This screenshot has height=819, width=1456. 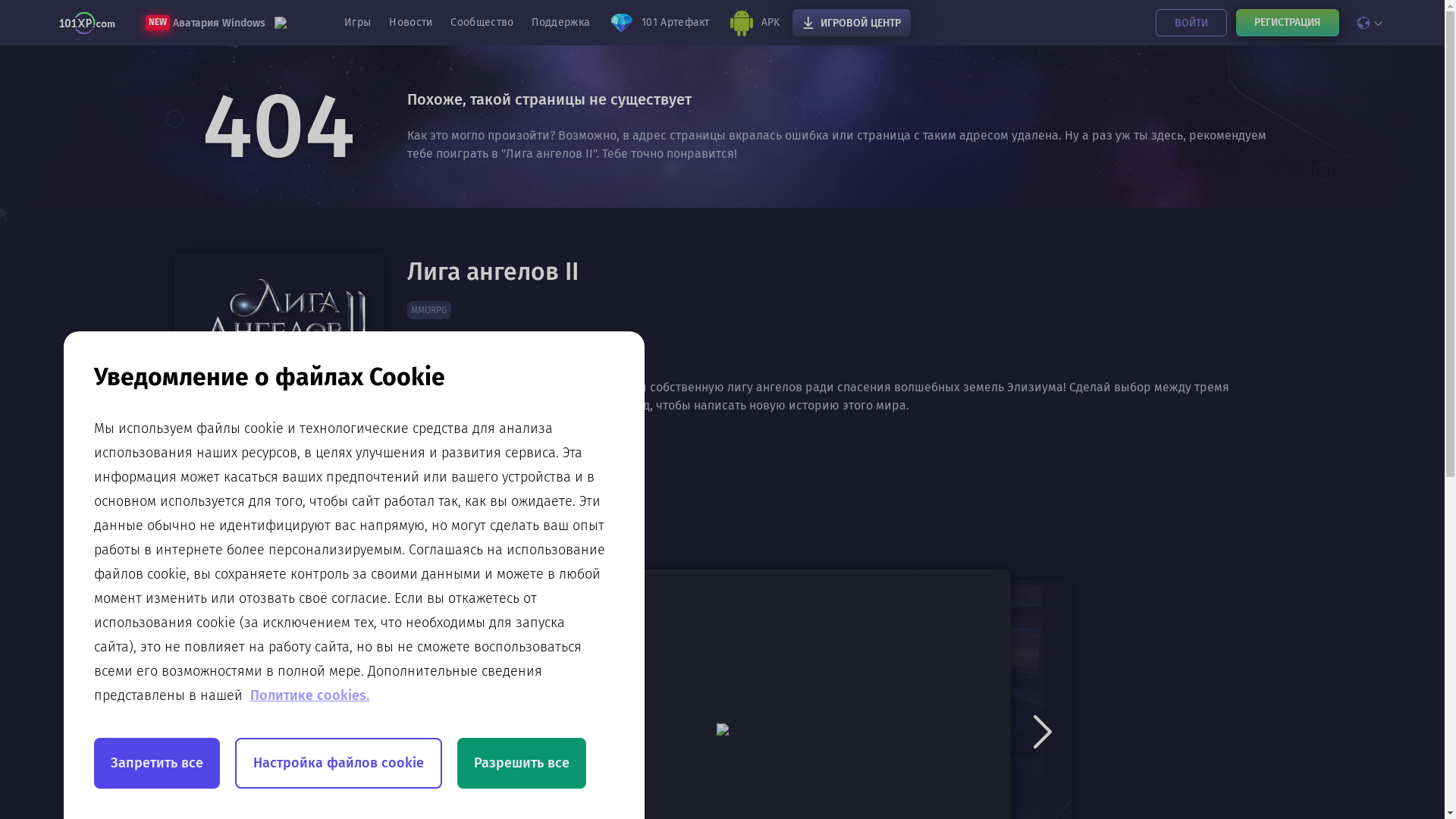 I want to click on 'APK', so click(x=754, y=23).